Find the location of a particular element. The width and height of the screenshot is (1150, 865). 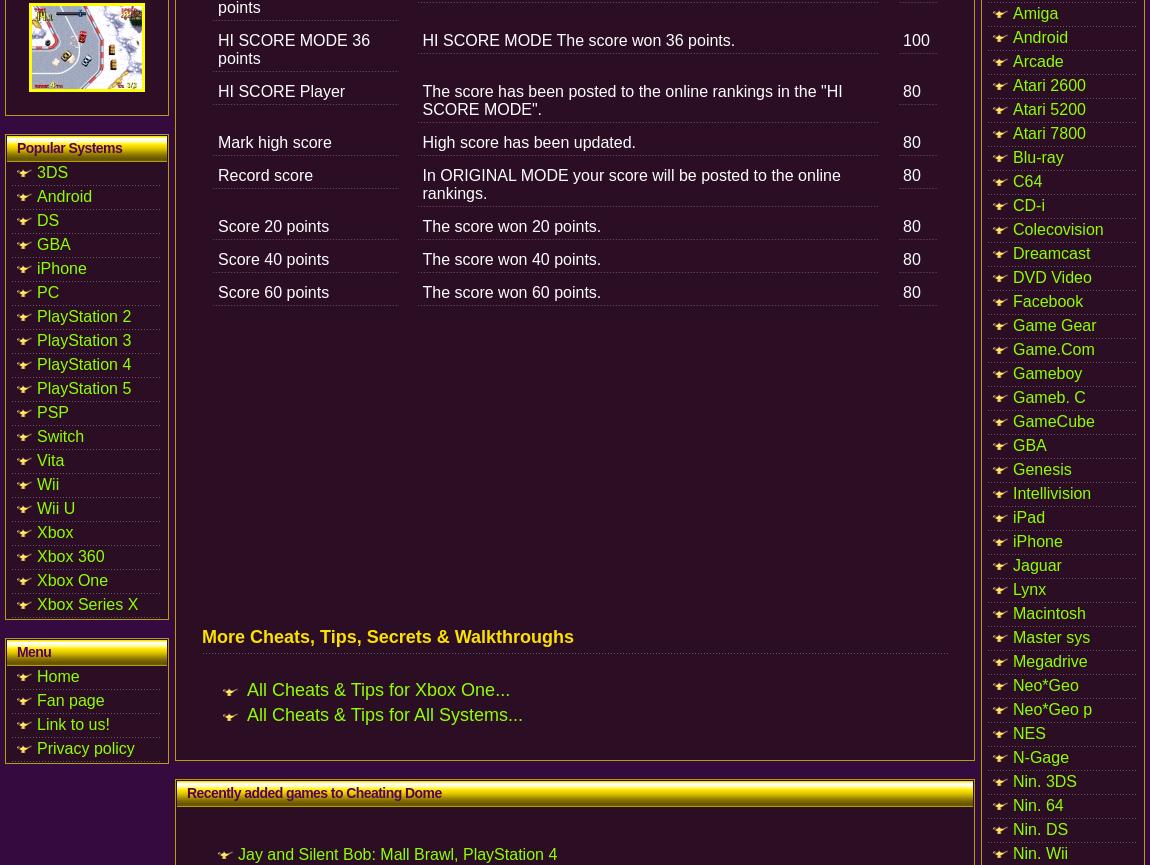

'Atari 7800' is located at coordinates (1013, 133).